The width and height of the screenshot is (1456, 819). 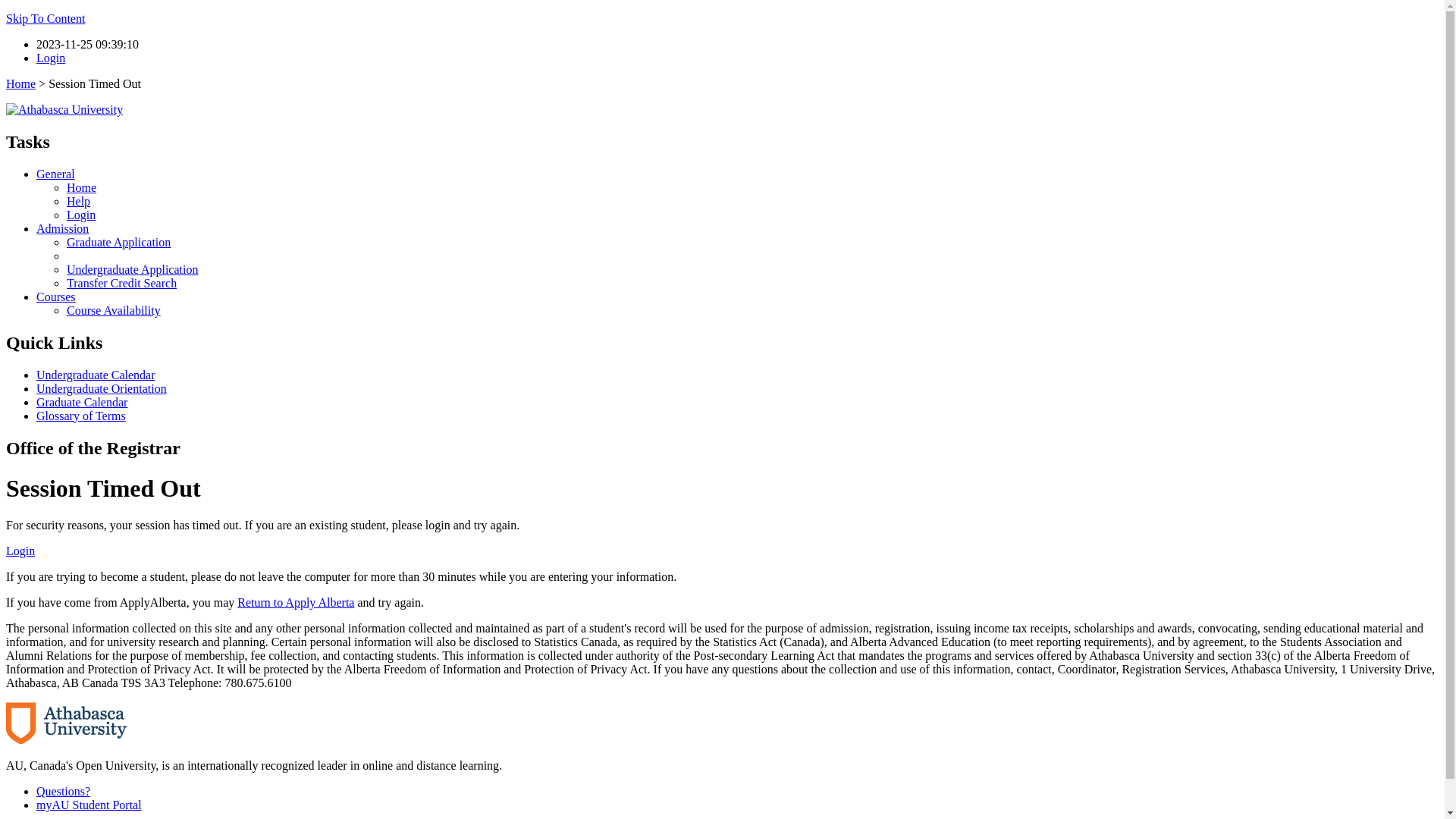 What do you see at coordinates (55, 173) in the screenshot?
I see `'General'` at bounding box center [55, 173].